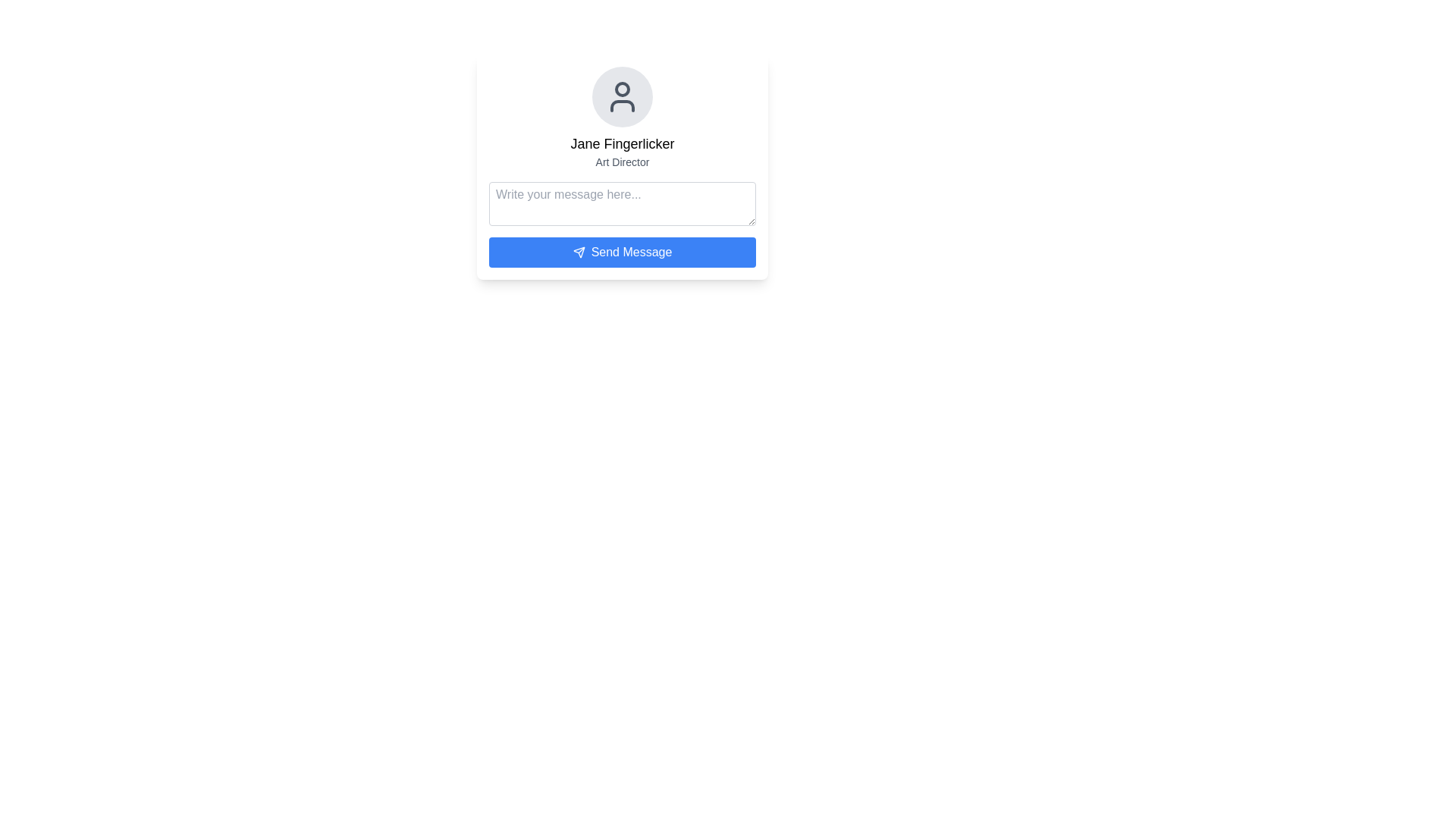 The height and width of the screenshot is (819, 1456). Describe the element at coordinates (622, 89) in the screenshot. I see `the Circle SVG element that represents the head in the user profile icon, located in the upper middle section of the interface` at that location.